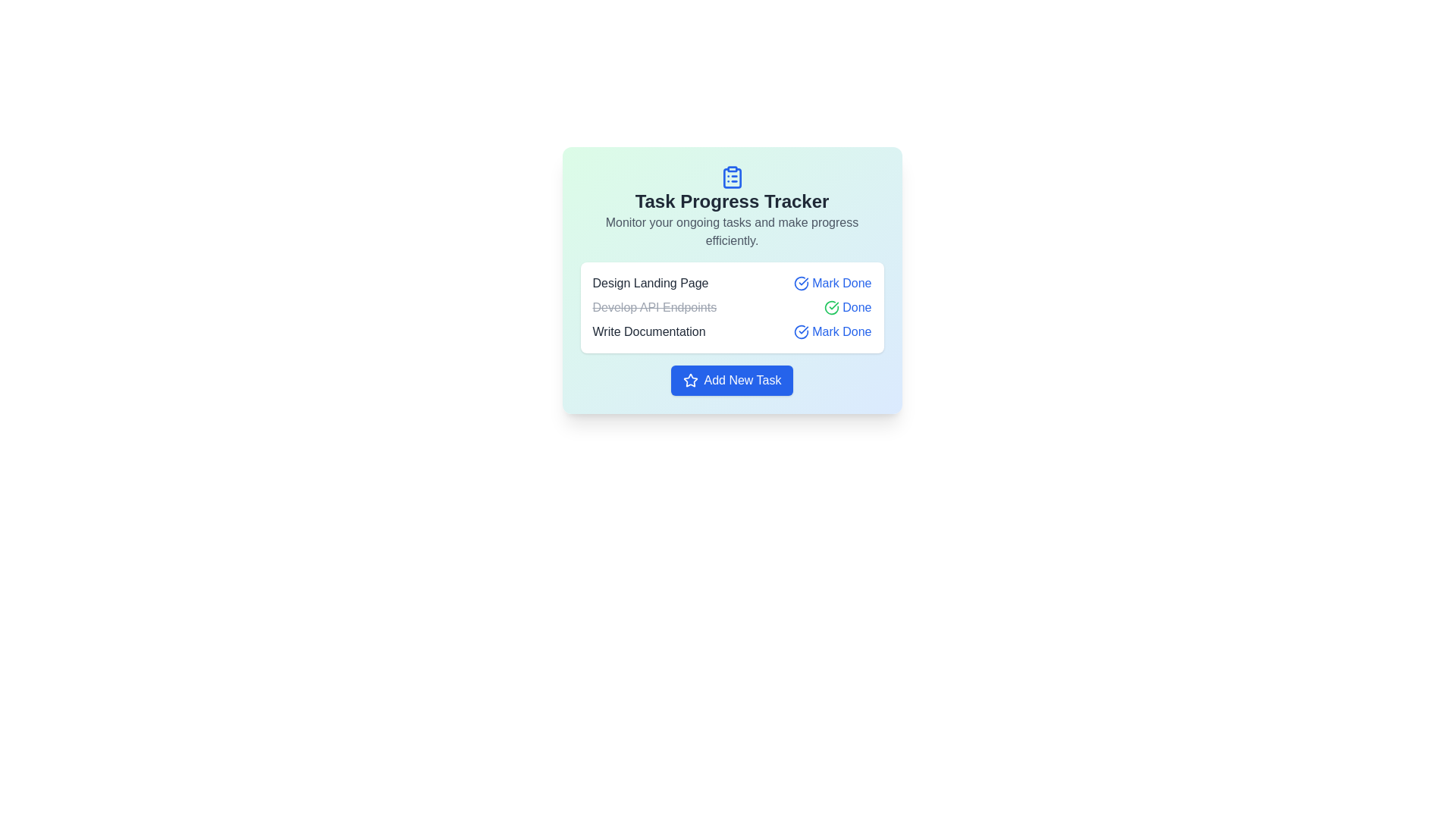 The image size is (1456, 819). I want to click on the text label located to the right of the circular checkmark icon in the 'Task Progress Tracker' card for the task 'Design Landing Page', so click(841, 284).